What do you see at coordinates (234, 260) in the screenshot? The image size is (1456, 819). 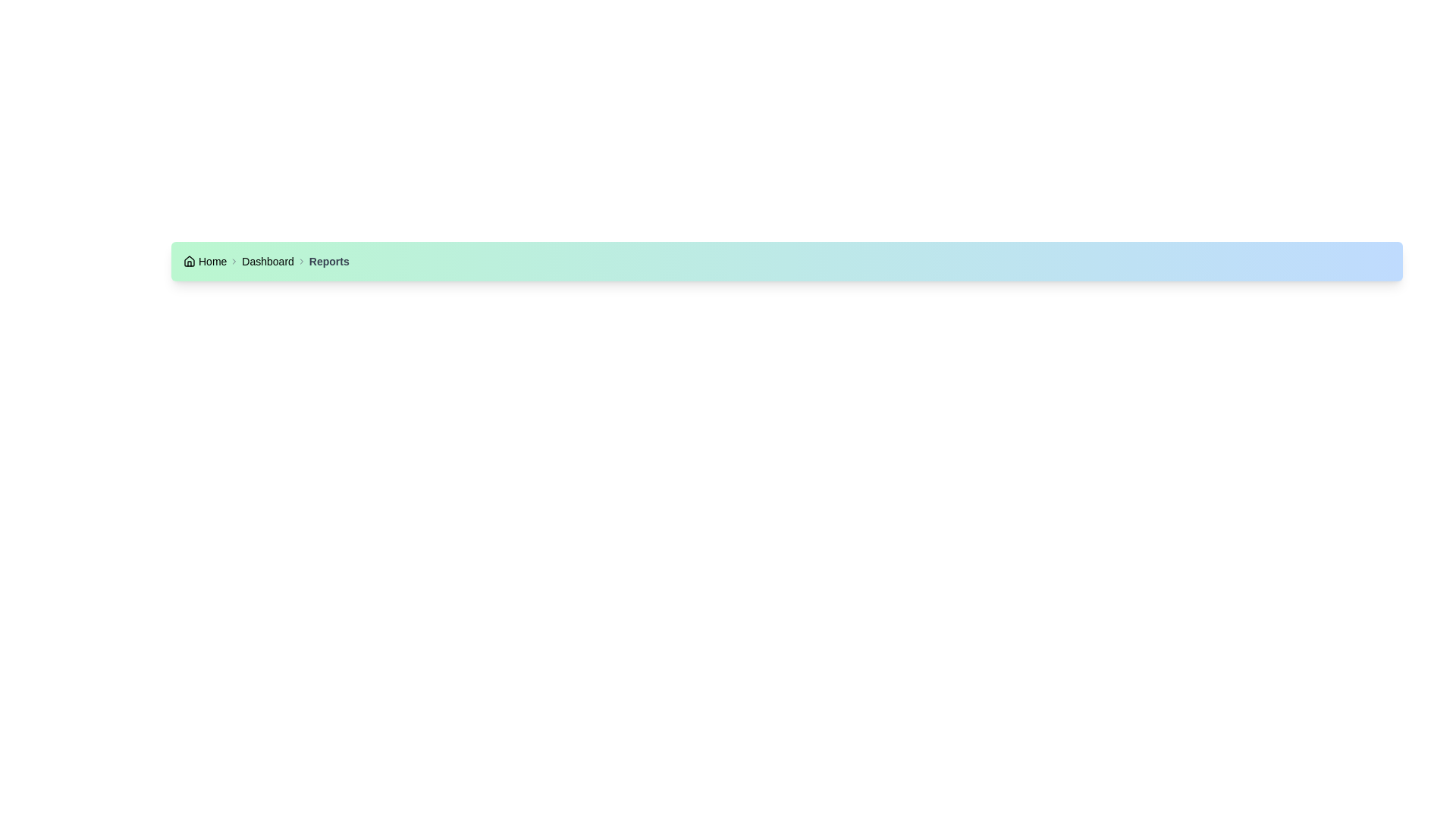 I see `the Chevron icon in the breadcrumb navigation that separates 'Home' and 'Dashboard', which is the second separator chevron from the left` at bounding box center [234, 260].